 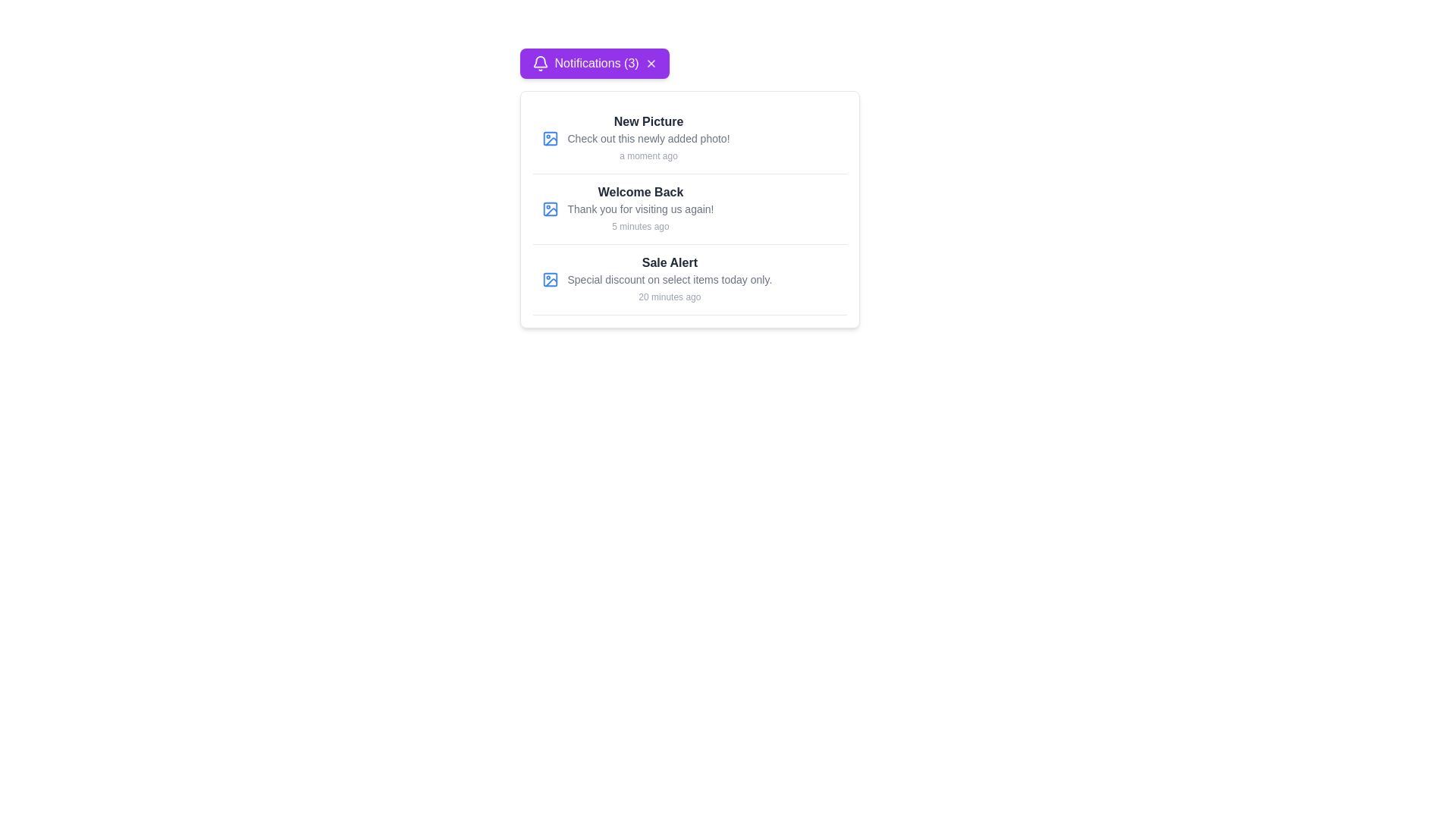 What do you see at coordinates (549, 209) in the screenshot?
I see `the notification icon representing an image or visual content, located to the left of the 'Welcome Back' text in the second item of a vertically stacked list in the notification panel` at bounding box center [549, 209].